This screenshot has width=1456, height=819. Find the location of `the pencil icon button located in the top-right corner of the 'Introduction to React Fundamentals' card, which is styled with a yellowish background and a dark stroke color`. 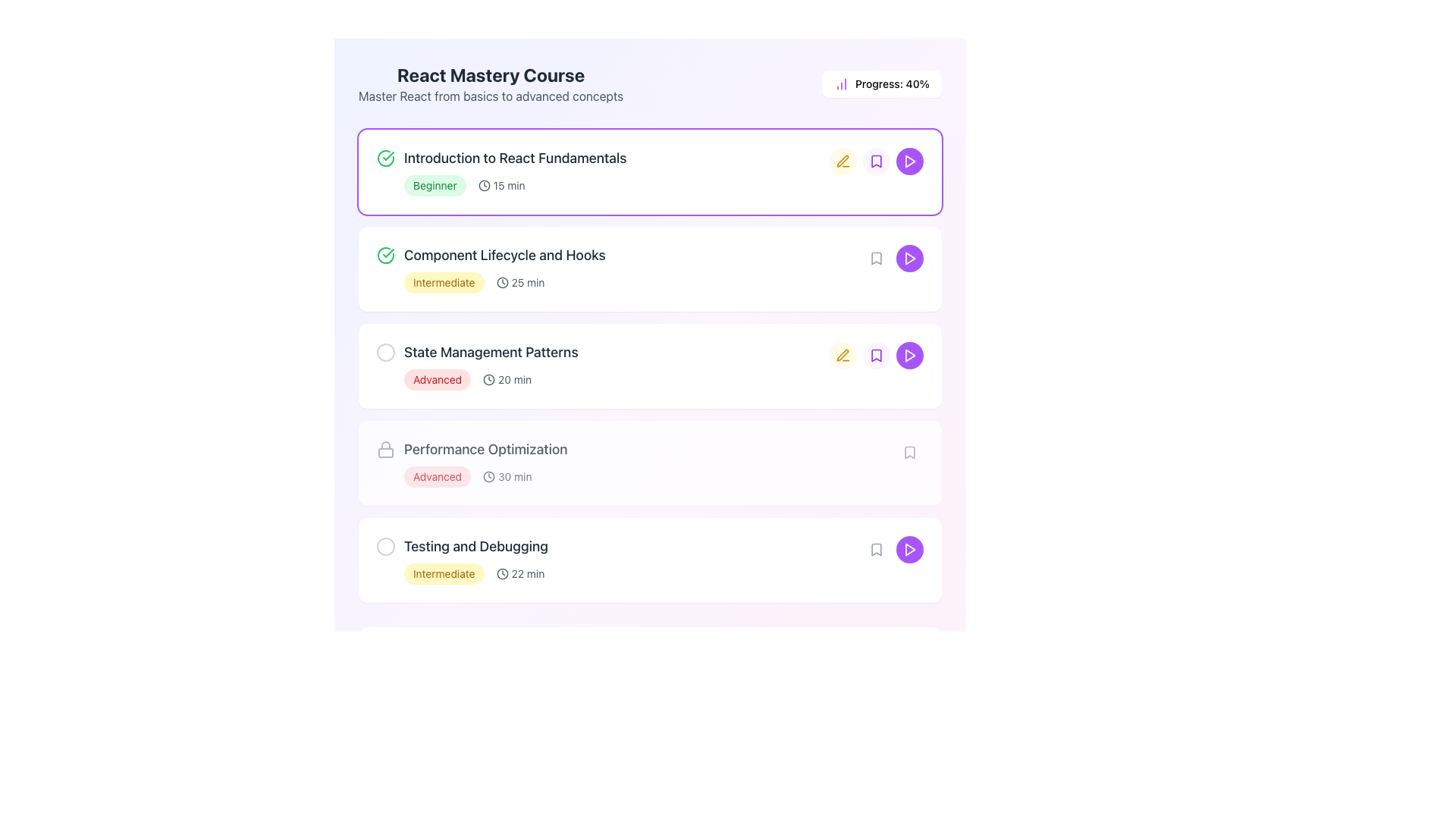

the pencil icon button located in the top-right corner of the 'Introduction to React Fundamentals' card, which is styled with a yellowish background and a dark stroke color is located at coordinates (843, 161).